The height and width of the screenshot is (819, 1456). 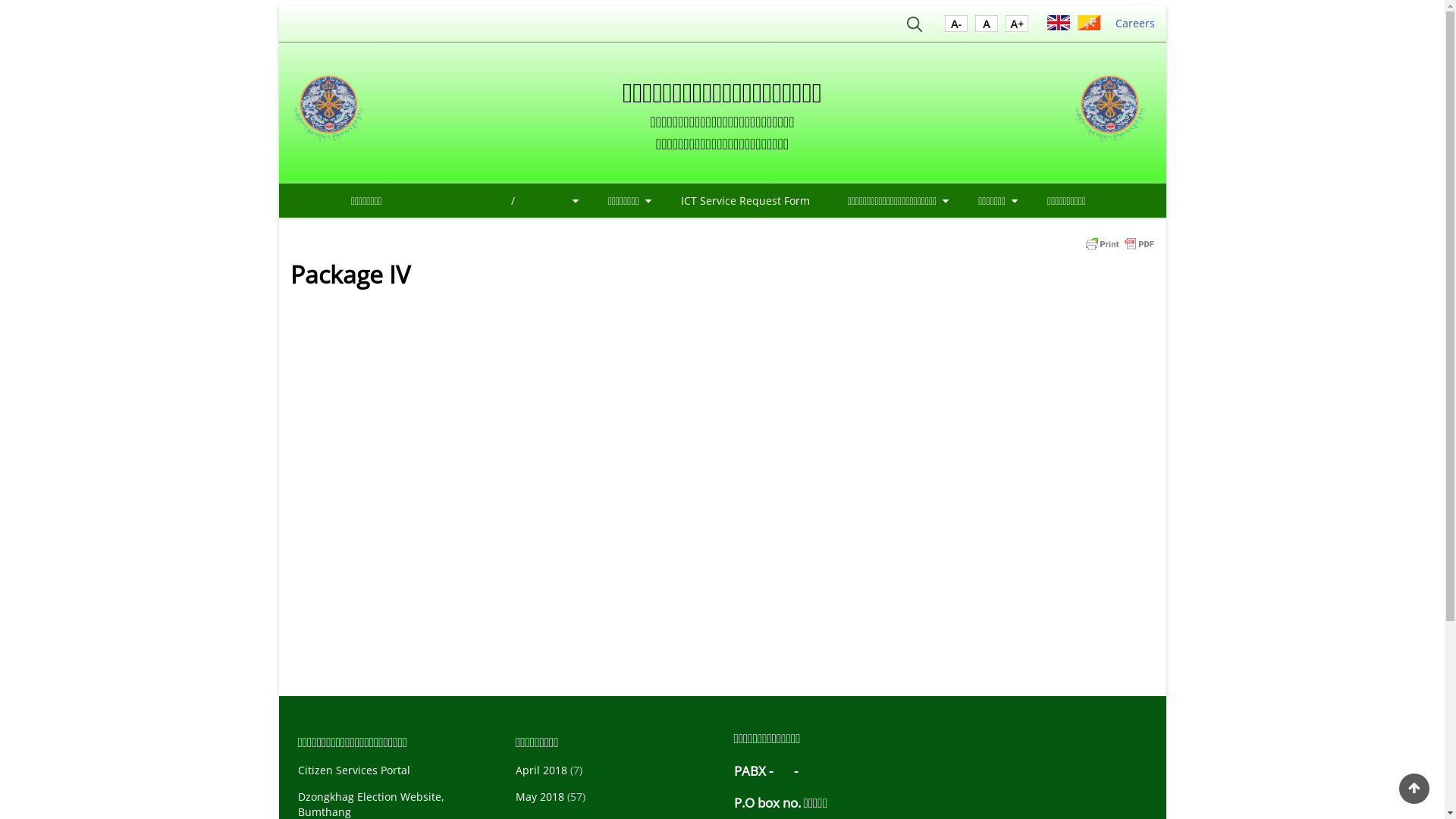 I want to click on 'A', so click(x=986, y=26).